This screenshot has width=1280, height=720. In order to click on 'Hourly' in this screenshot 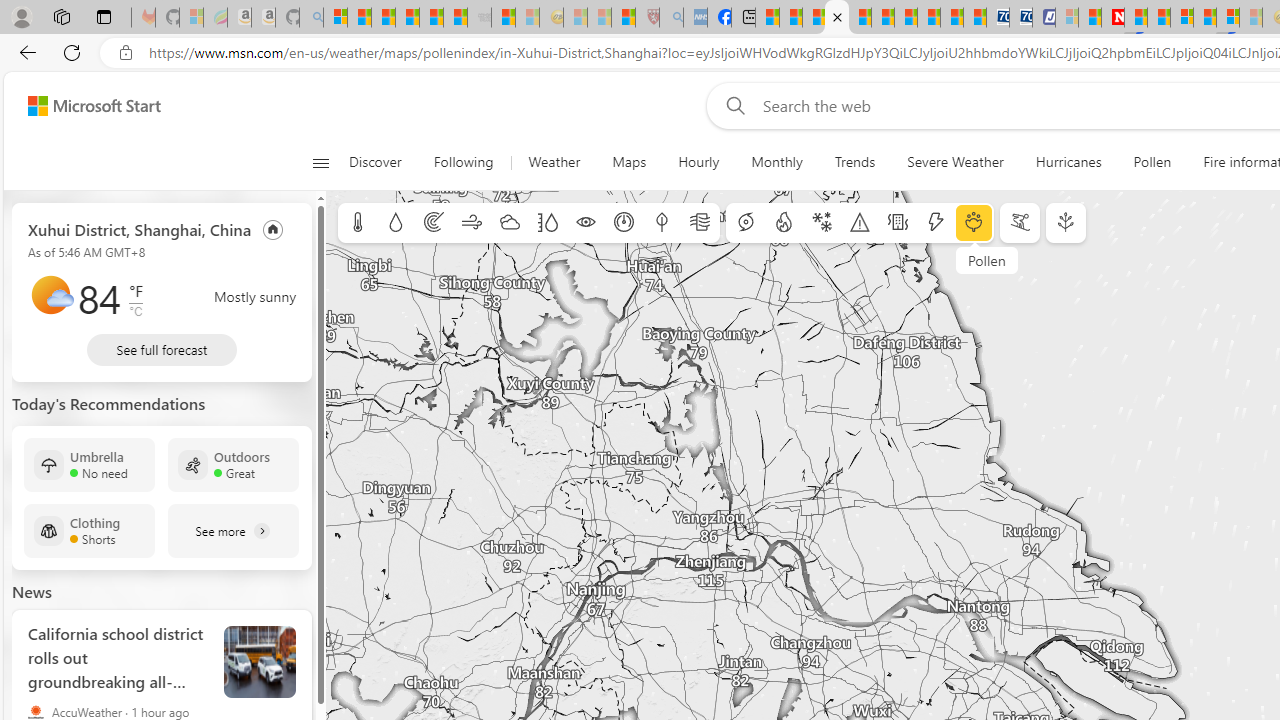, I will do `click(698, 162)`.